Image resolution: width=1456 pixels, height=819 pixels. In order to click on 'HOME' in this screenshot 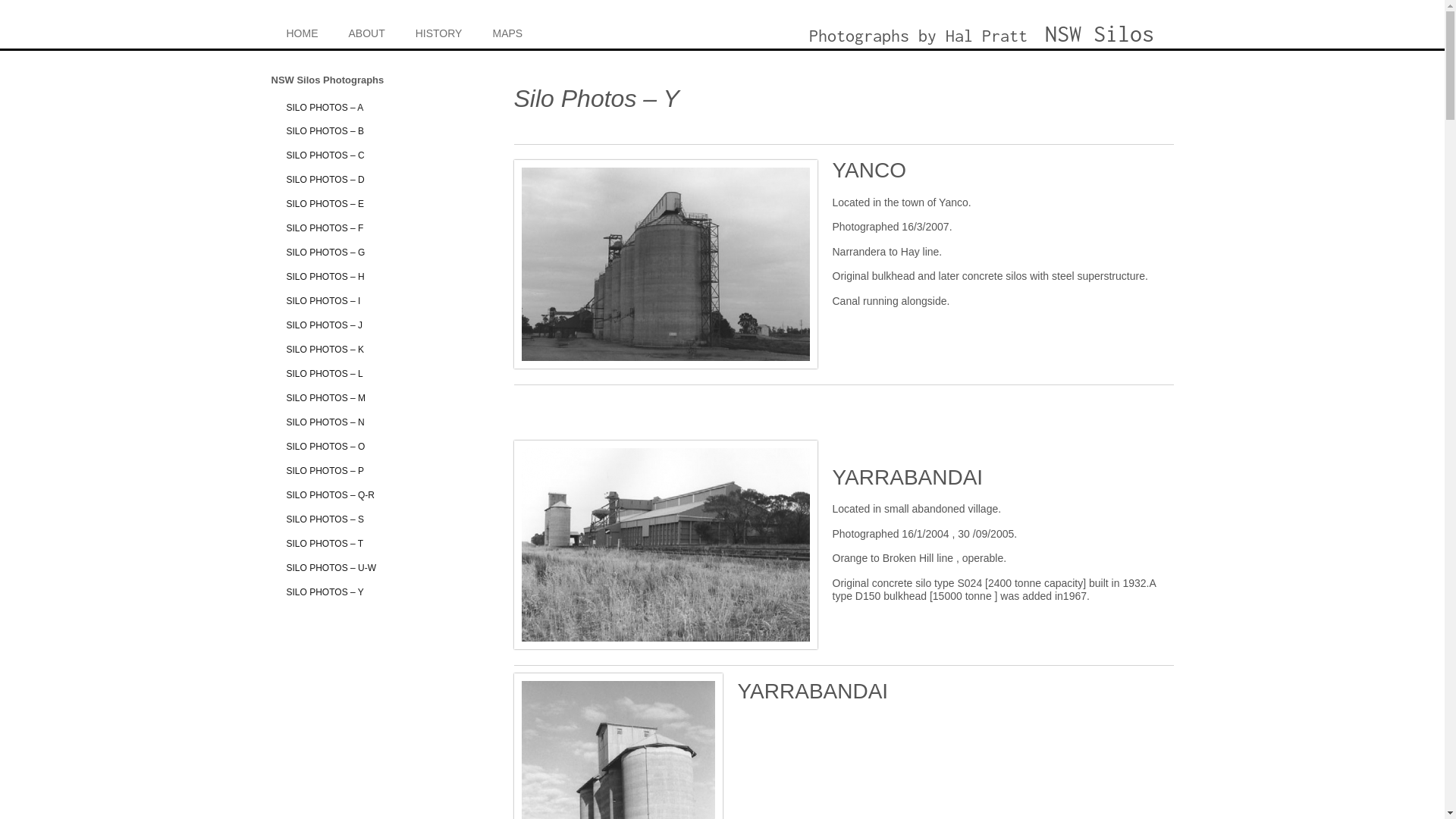, I will do `click(302, 31)`.